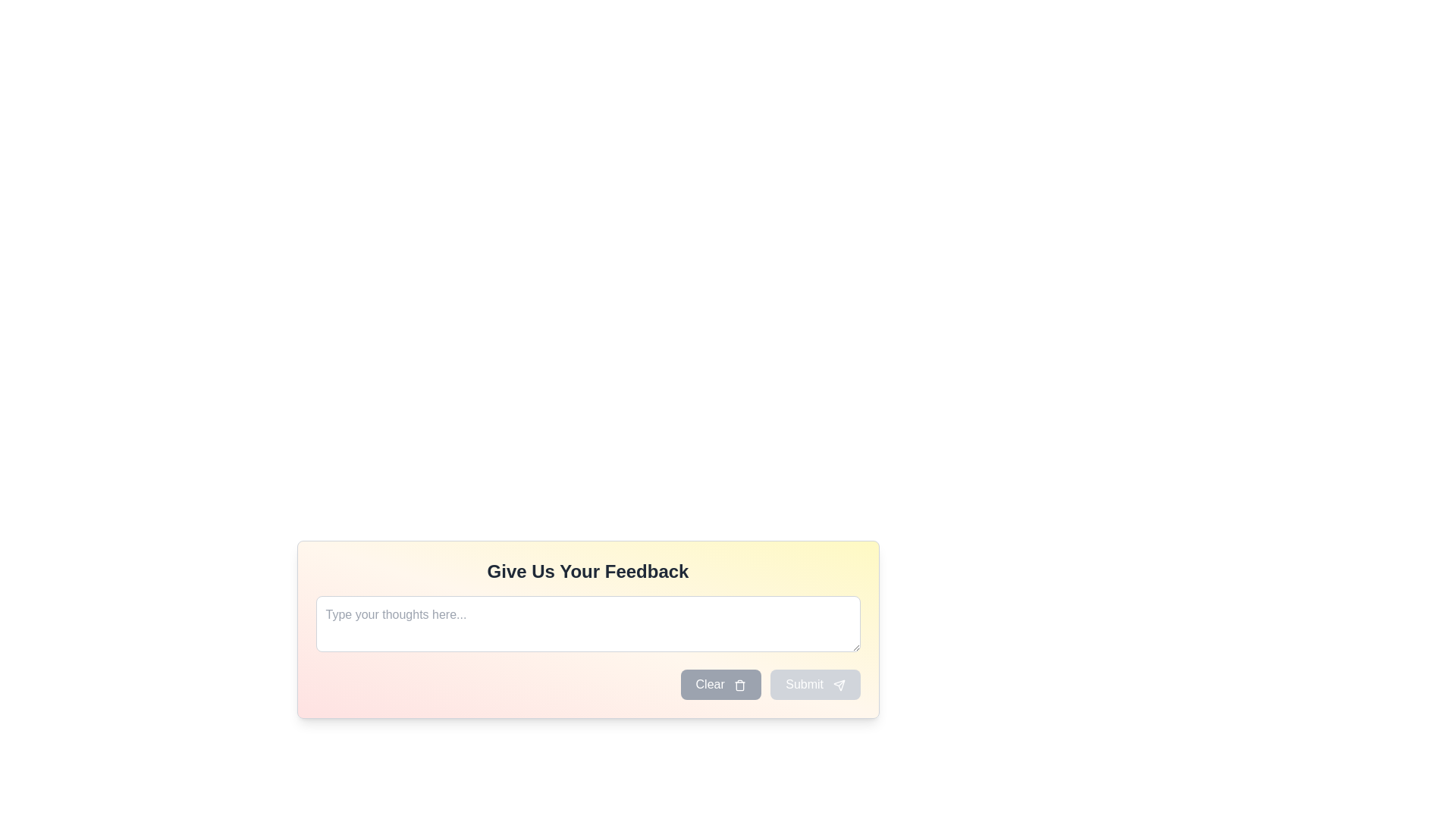 Image resolution: width=1456 pixels, height=819 pixels. I want to click on the 'Clear' button, which is a rectangular button with rounded corners, gray background, and white text, located towards the bottom right of the feedback form, so click(720, 684).